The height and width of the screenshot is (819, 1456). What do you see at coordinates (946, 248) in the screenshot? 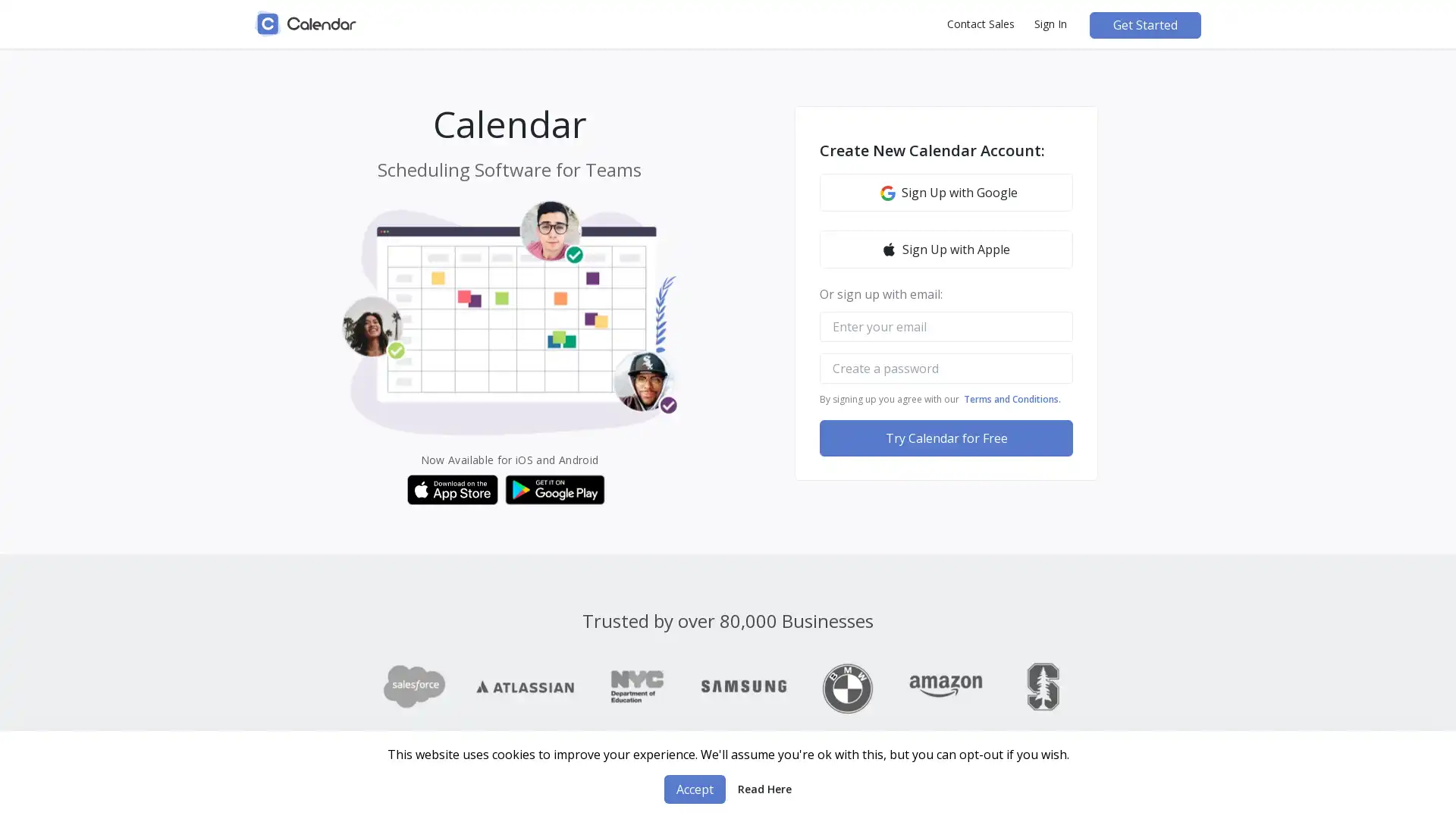
I see `Sign Up with Apple` at bounding box center [946, 248].